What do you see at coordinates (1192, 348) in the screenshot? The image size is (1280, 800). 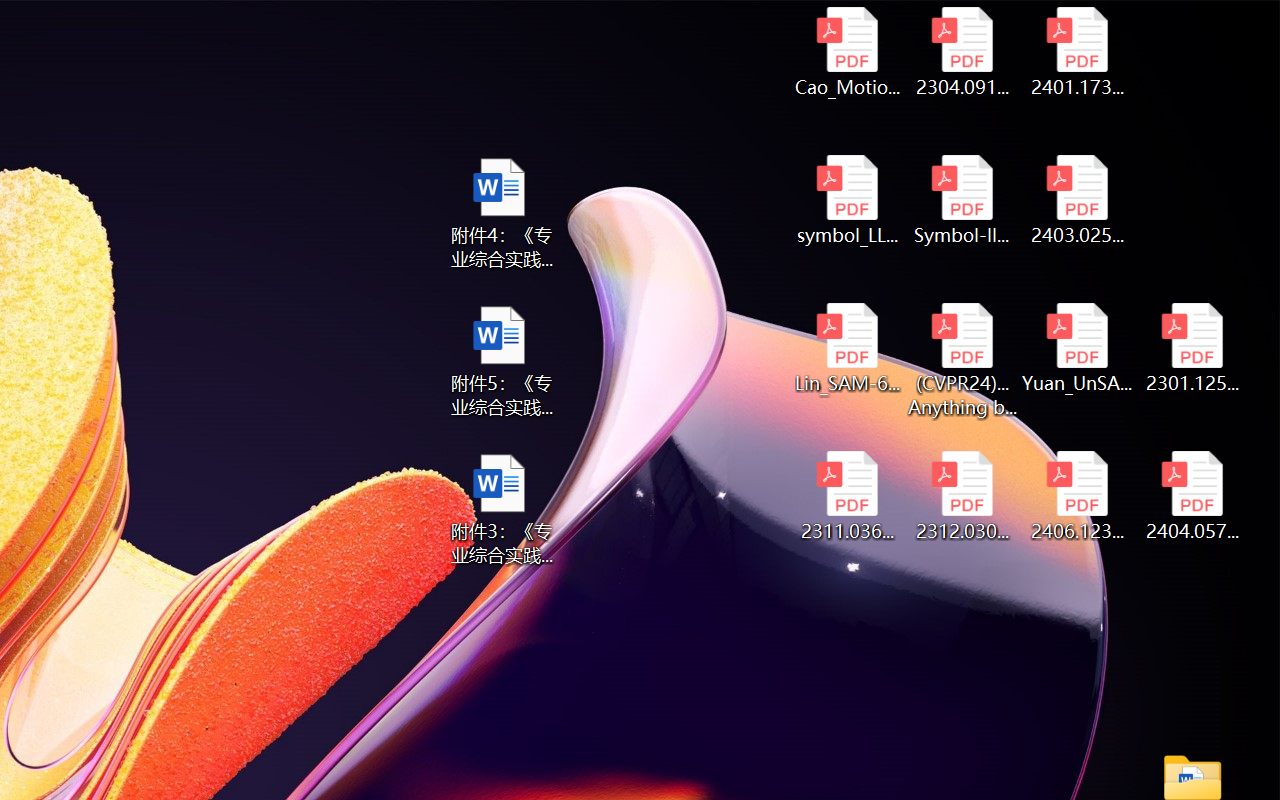 I see `'2301.12597v3.pdf'` at bounding box center [1192, 348].